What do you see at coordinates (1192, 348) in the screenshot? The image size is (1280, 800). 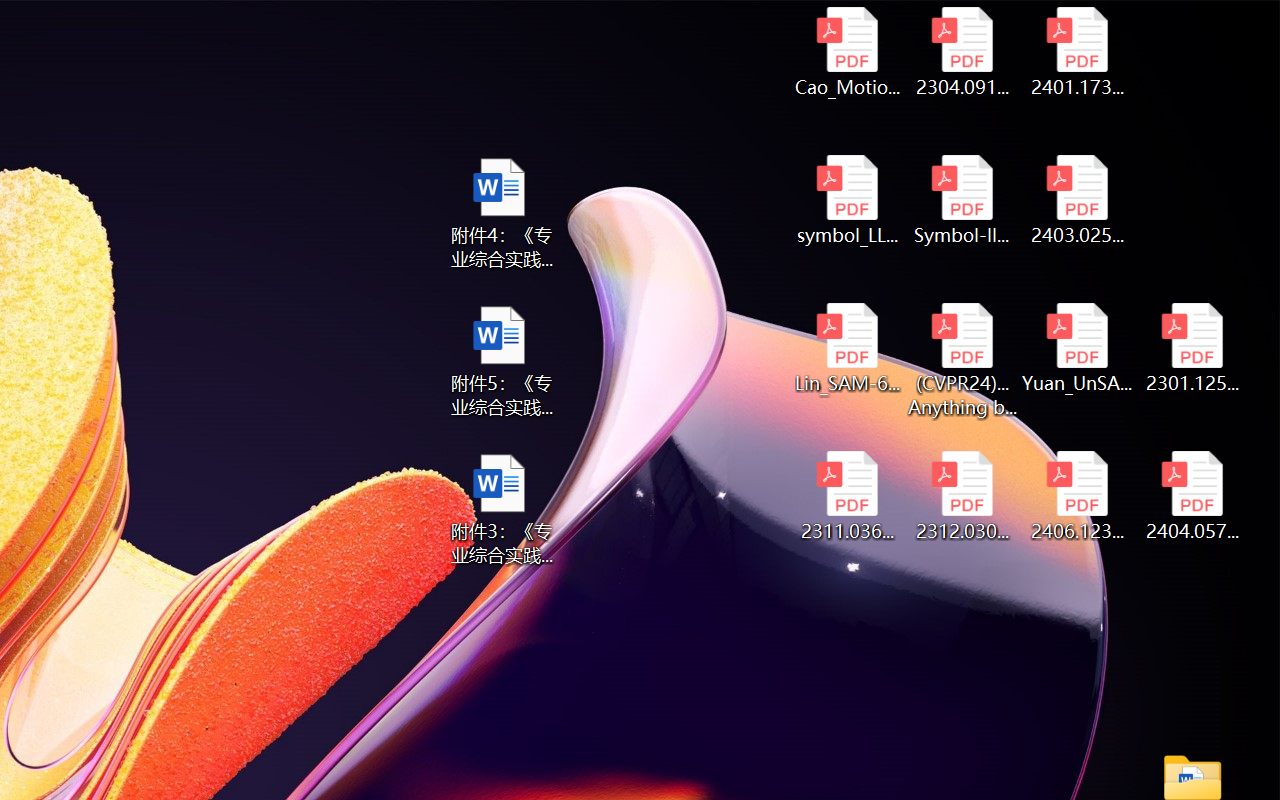 I see `'2301.12597v3.pdf'` at bounding box center [1192, 348].